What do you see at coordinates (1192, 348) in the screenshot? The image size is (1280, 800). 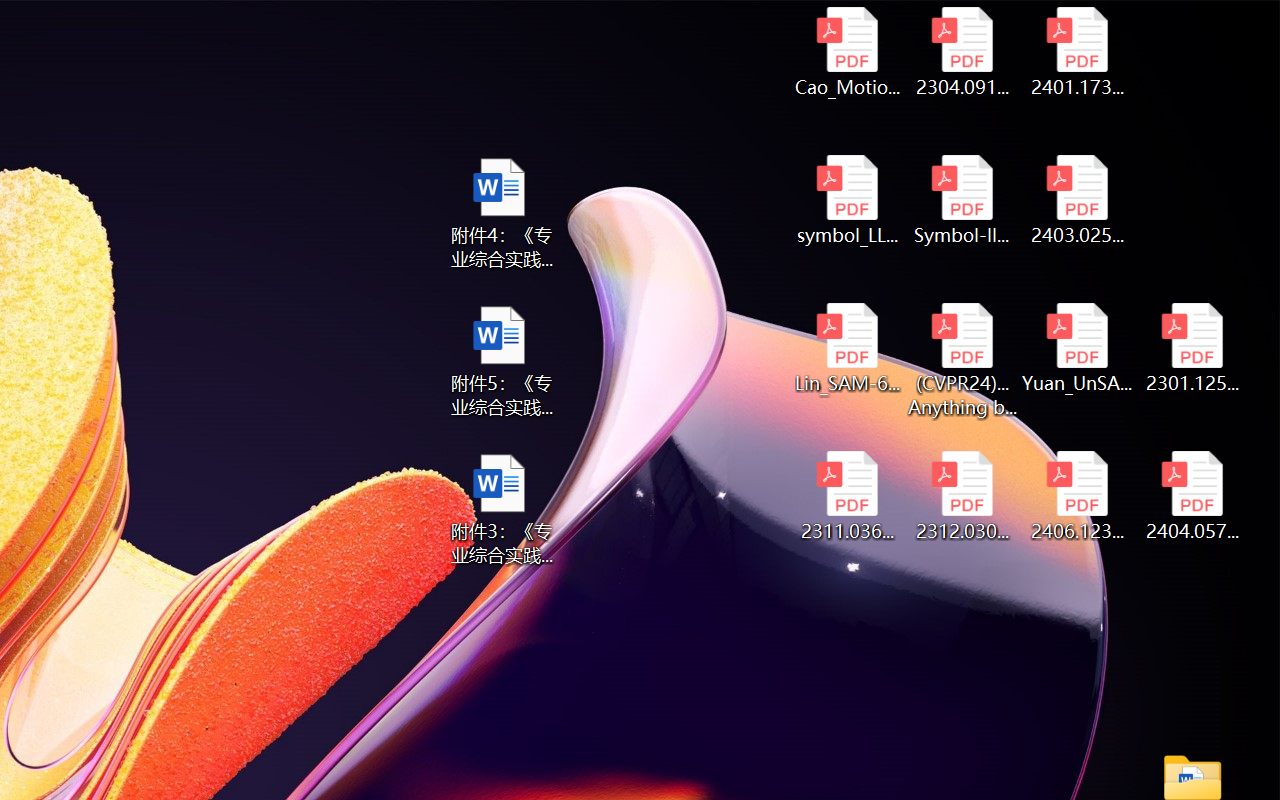 I see `'2301.12597v3.pdf'` at bounding box center [1192, 348].